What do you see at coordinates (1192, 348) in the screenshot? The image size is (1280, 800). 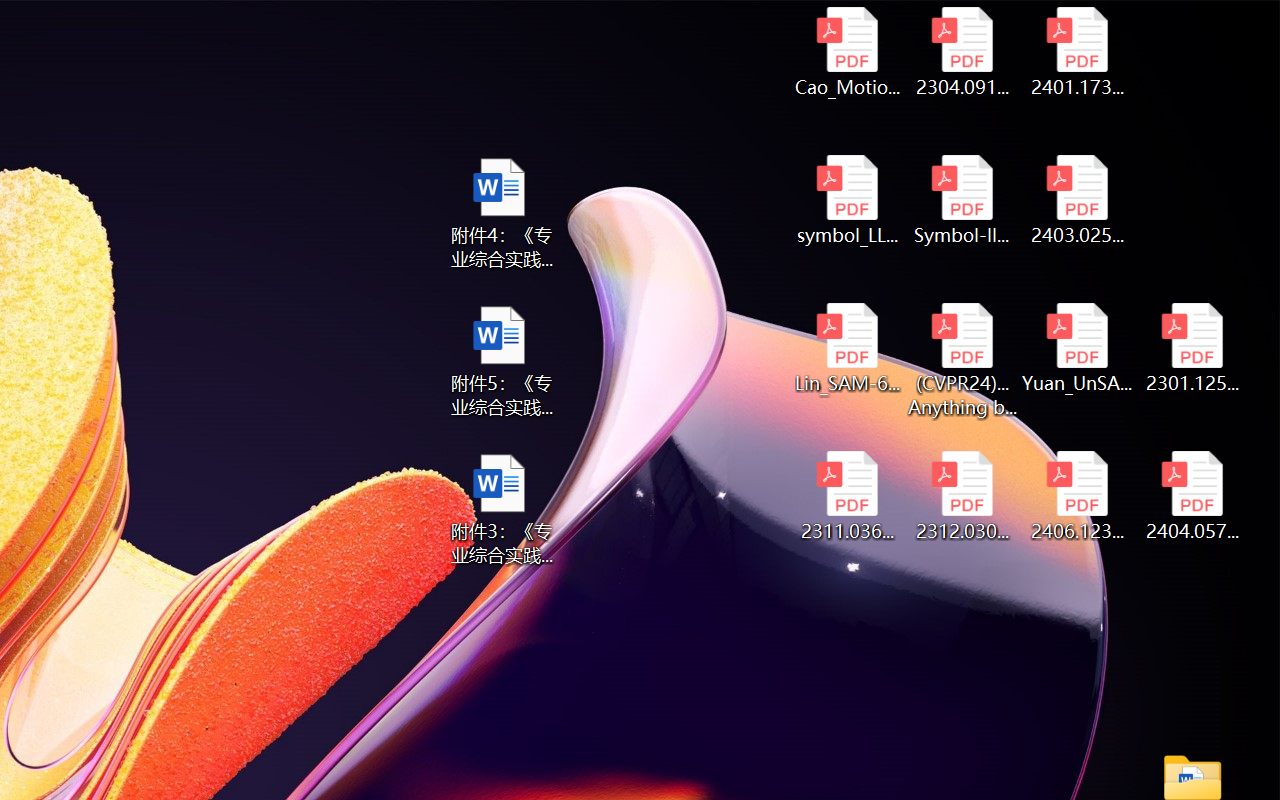 I see `'2301.12597v3.pdf'` at bounding box center [1192, 348].